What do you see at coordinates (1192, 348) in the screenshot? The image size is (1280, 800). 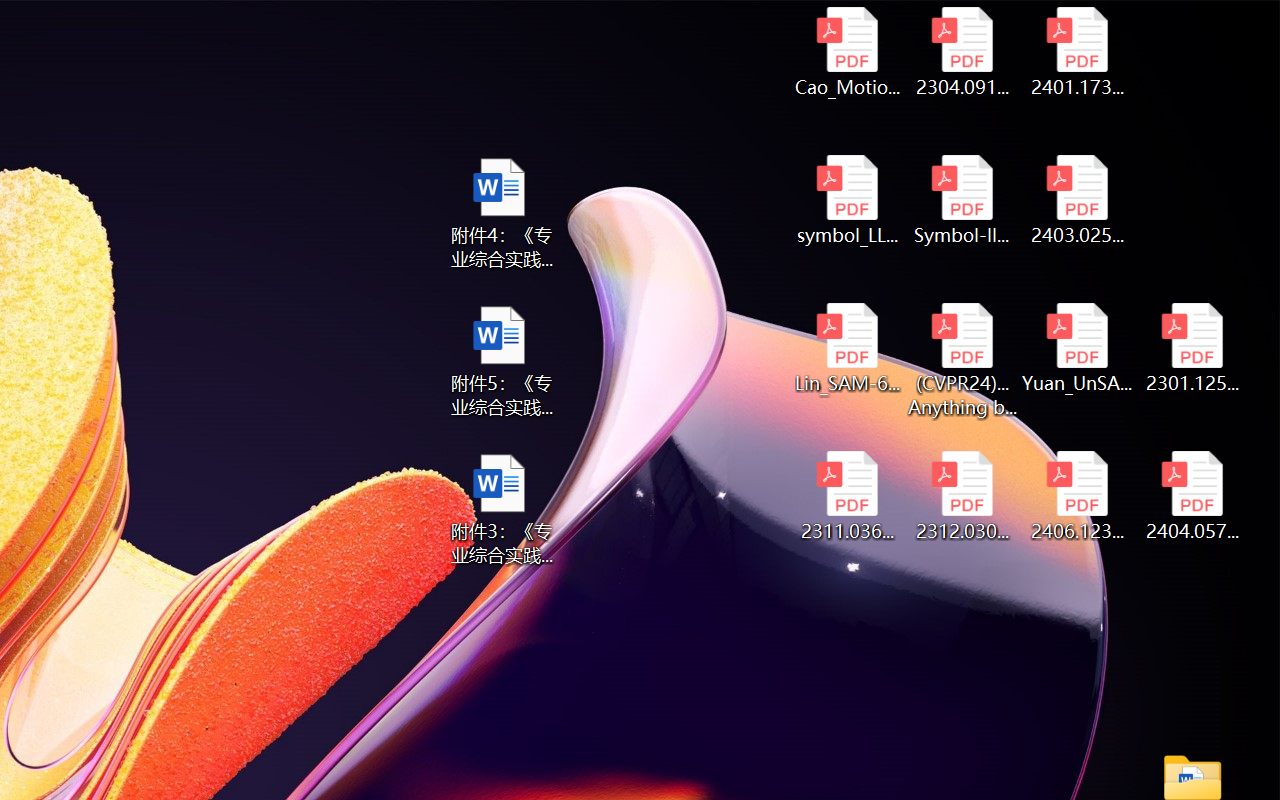 I see `'2301.12597v3.pdf'` at bounding box center [1192, 348].